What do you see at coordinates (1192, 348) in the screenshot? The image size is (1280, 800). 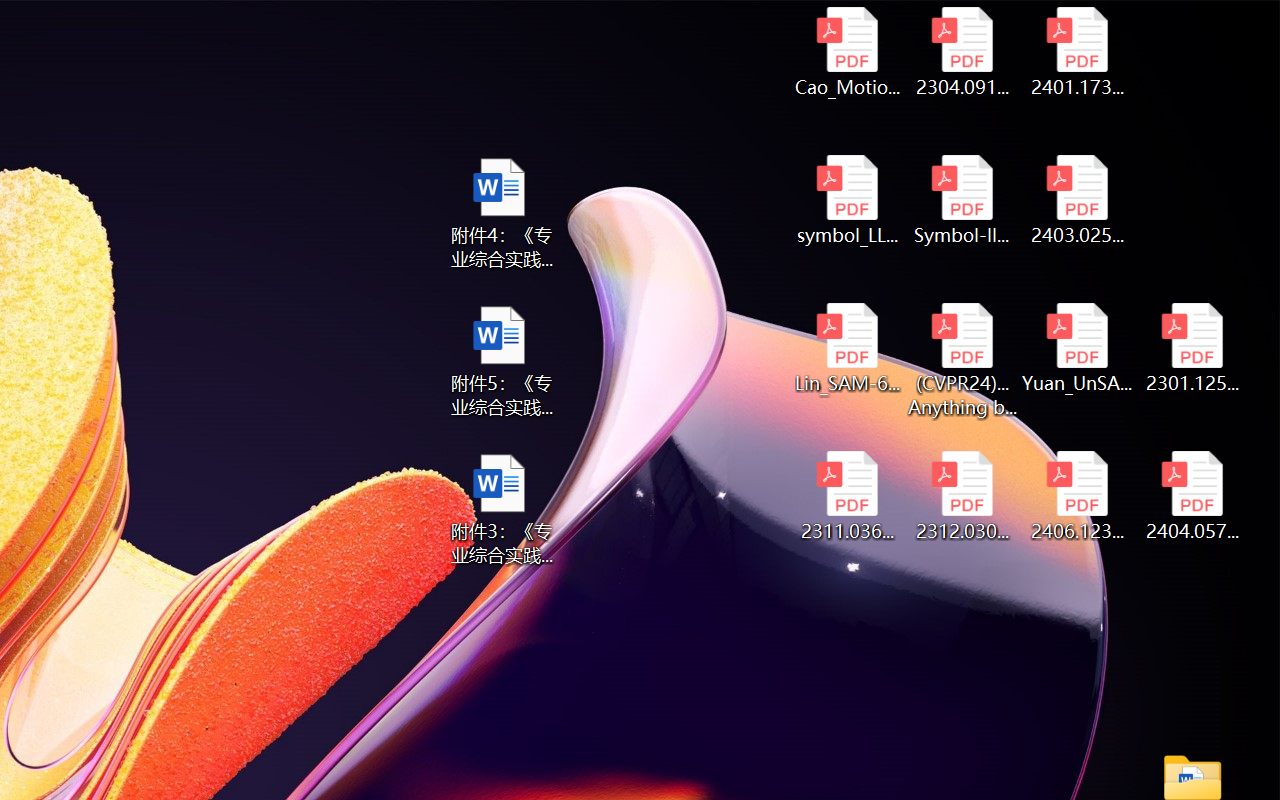 I see `'2301.12597v3.pdf'` at bounding box center [1192, 348].